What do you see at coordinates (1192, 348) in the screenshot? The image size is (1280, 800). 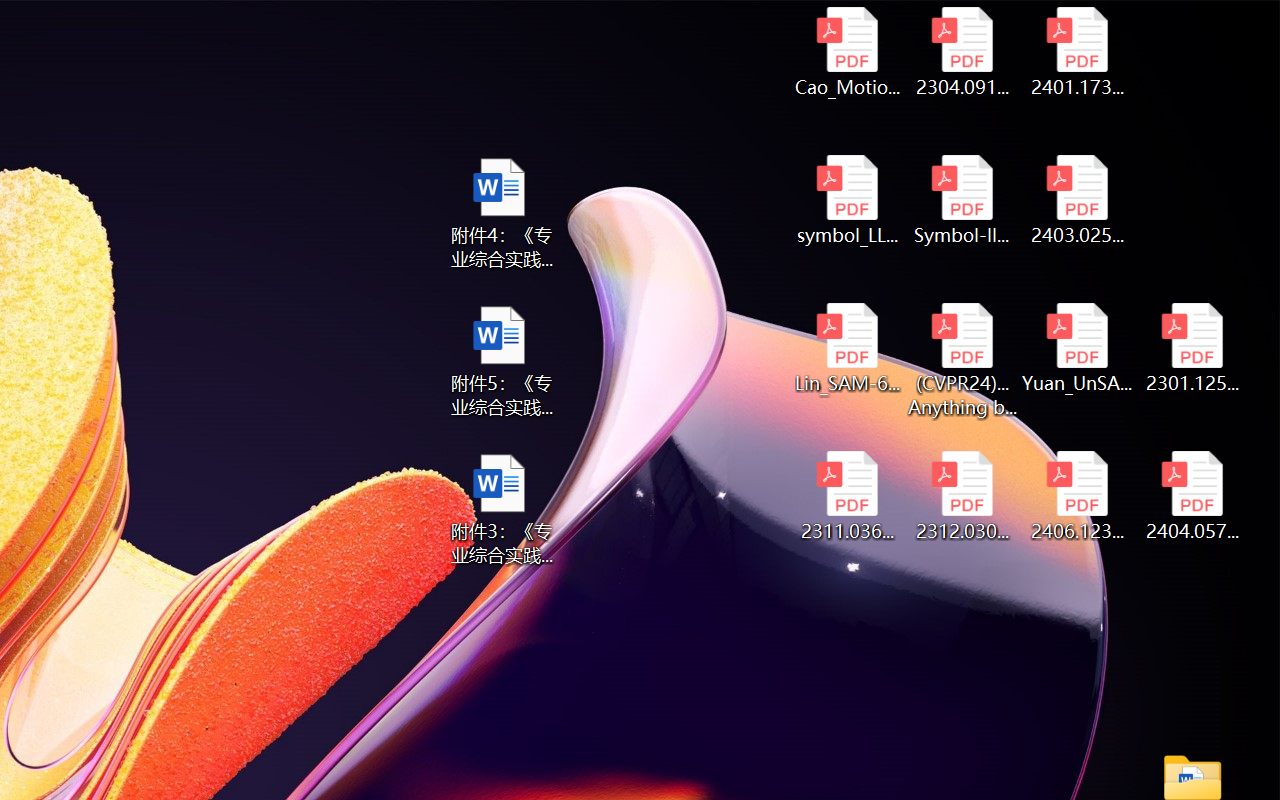 I see `'2301.12597v3.pdf'` at bounding box center [1192, 348].